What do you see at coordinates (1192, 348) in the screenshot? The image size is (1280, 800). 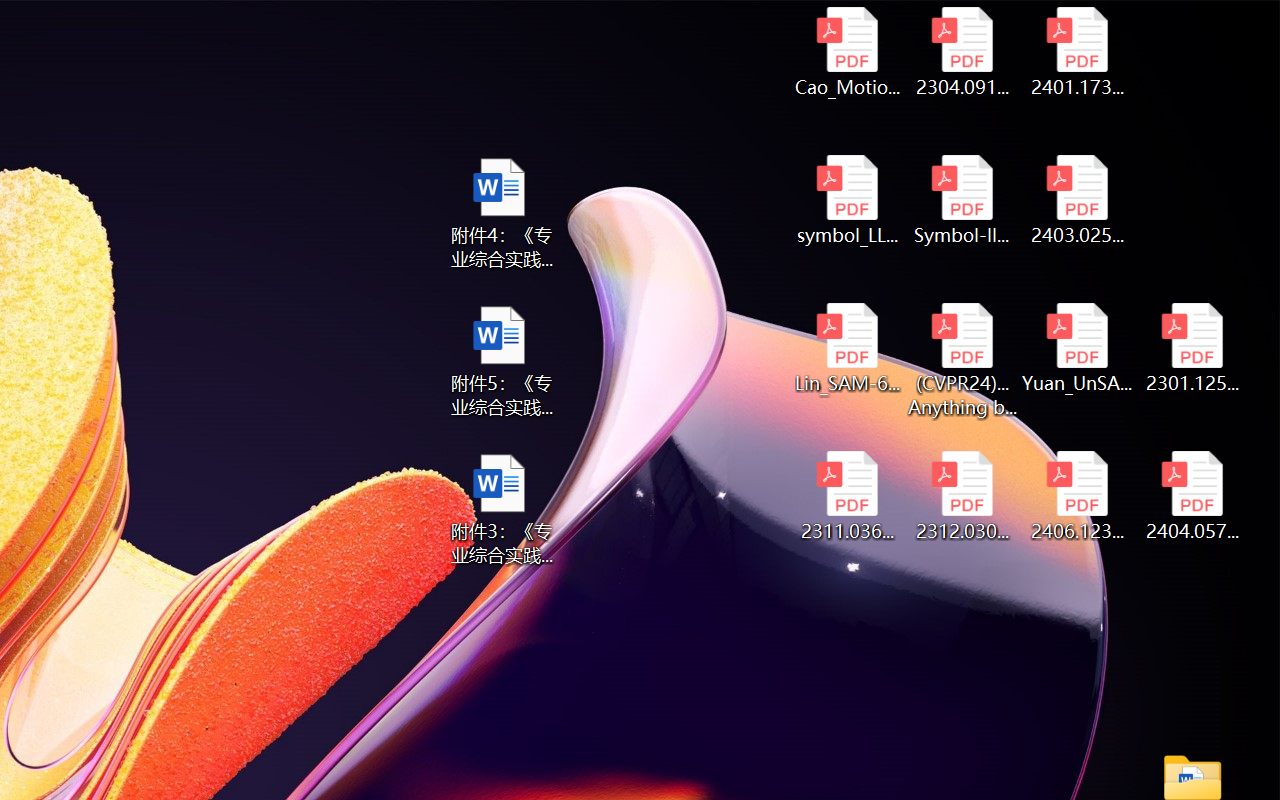 I see `'2301.12597v3.pdf'` at bounding box center [1192, 348].